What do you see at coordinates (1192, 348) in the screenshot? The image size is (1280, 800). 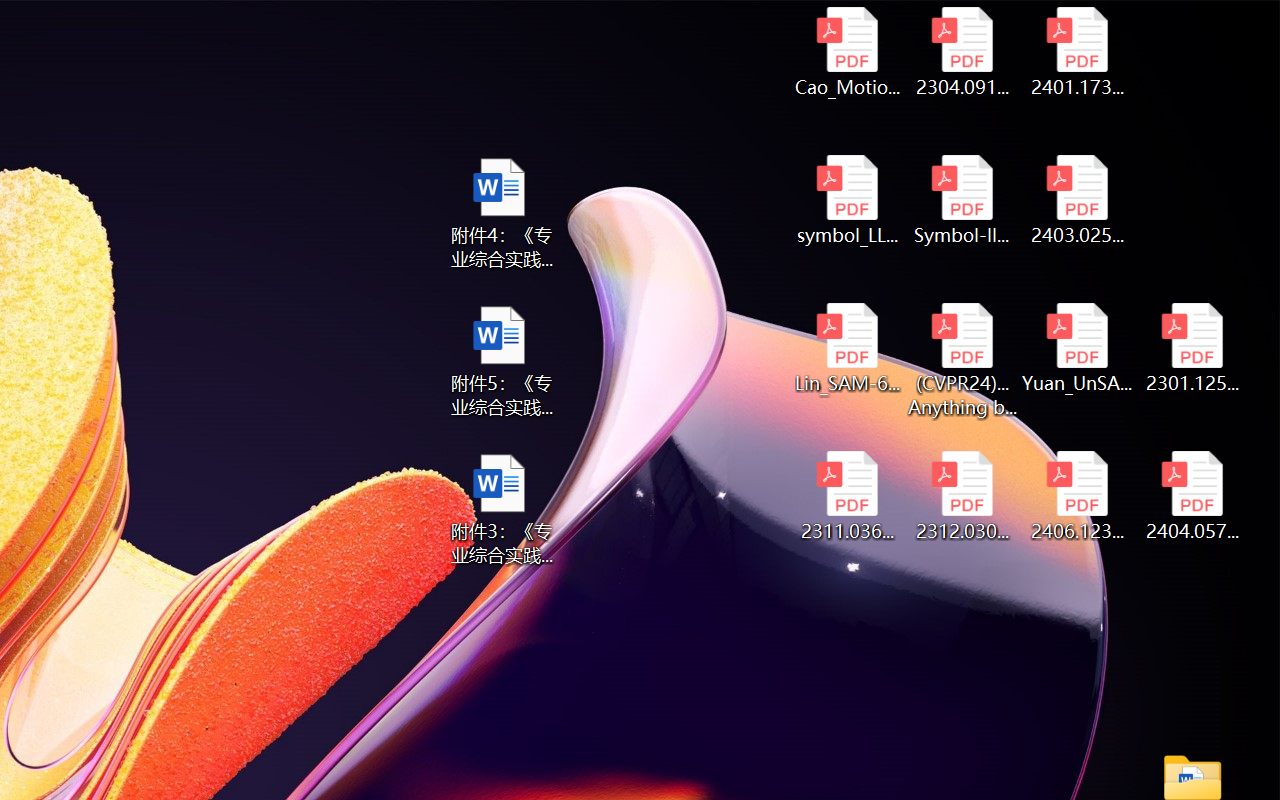 I see `'2301.12597v3.pdf'` at bounding box center [1192, 348].